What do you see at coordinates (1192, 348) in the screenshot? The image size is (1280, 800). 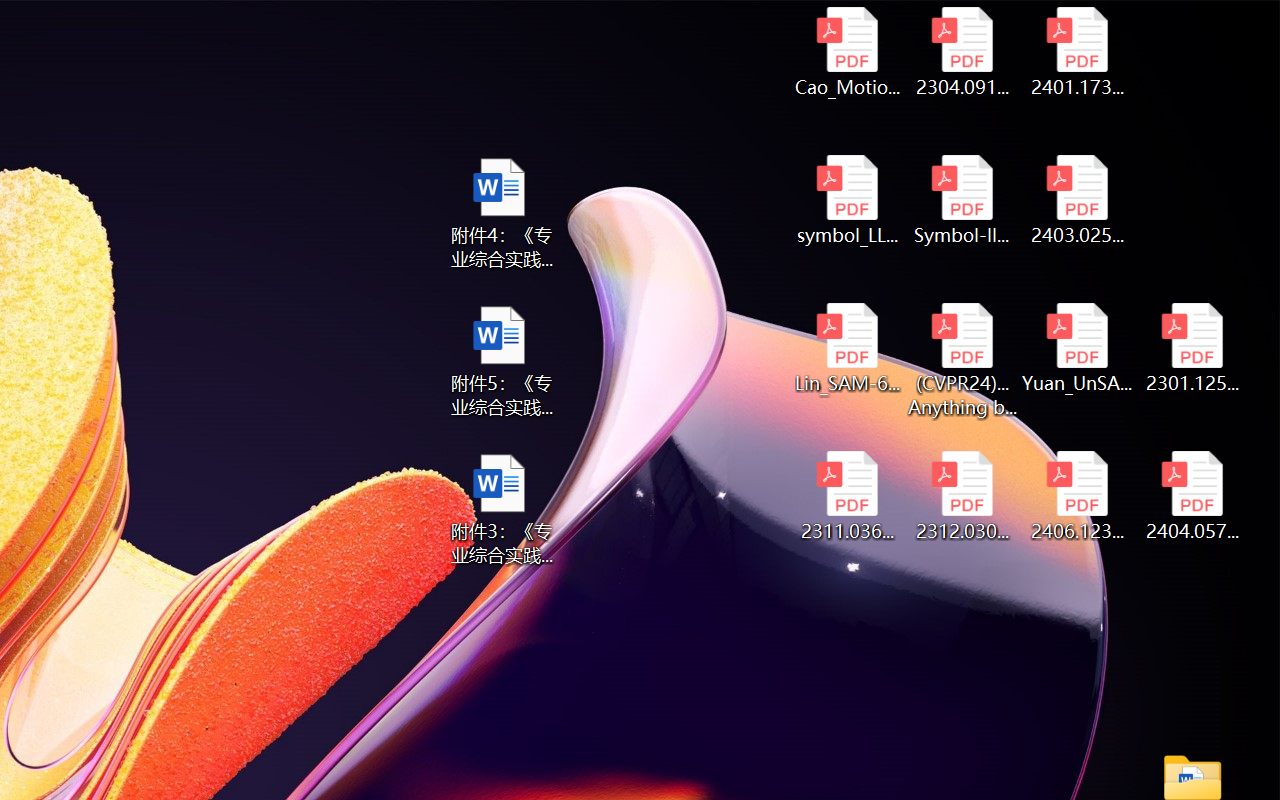 I see `'2301.12597v3.pdf'` at bounding box center [1192, 348].